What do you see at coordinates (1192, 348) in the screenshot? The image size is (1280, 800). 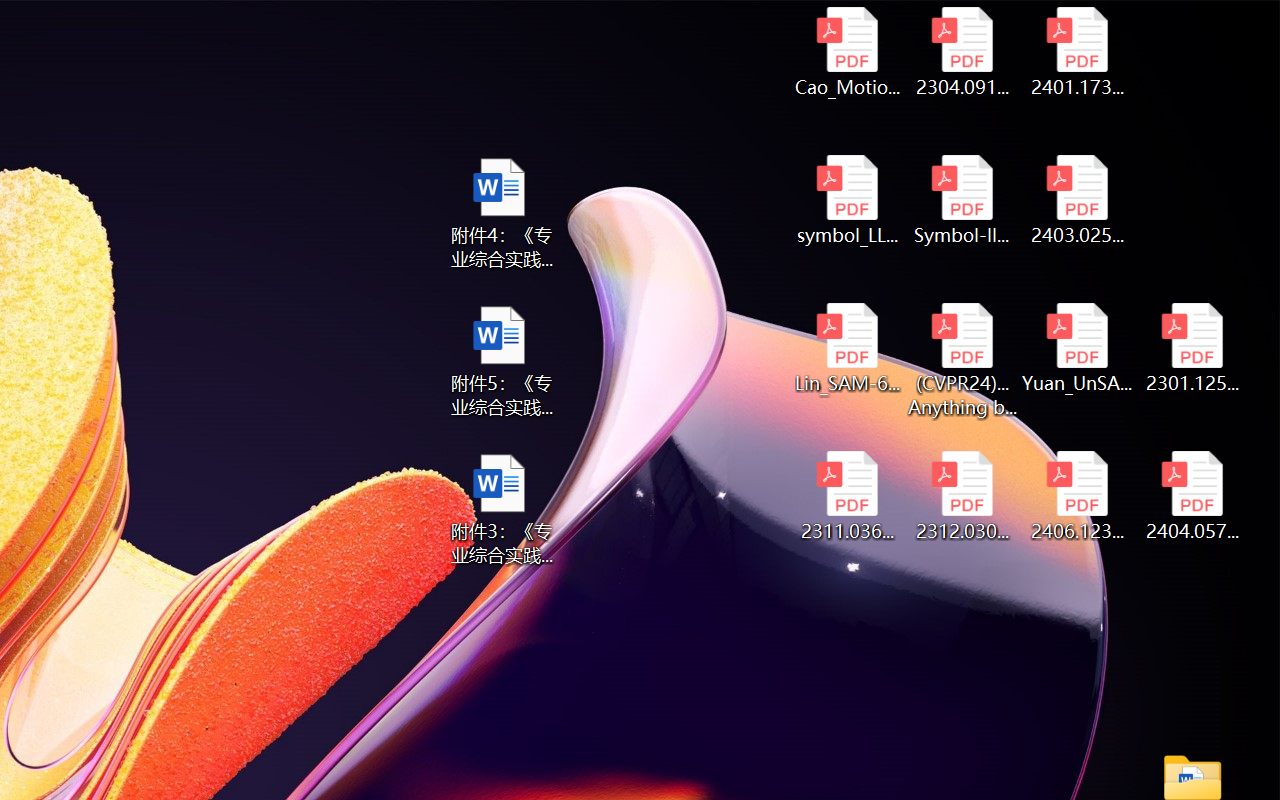 I see `'2301.12597v3.pdf'` at bounding box center [1192, 348].